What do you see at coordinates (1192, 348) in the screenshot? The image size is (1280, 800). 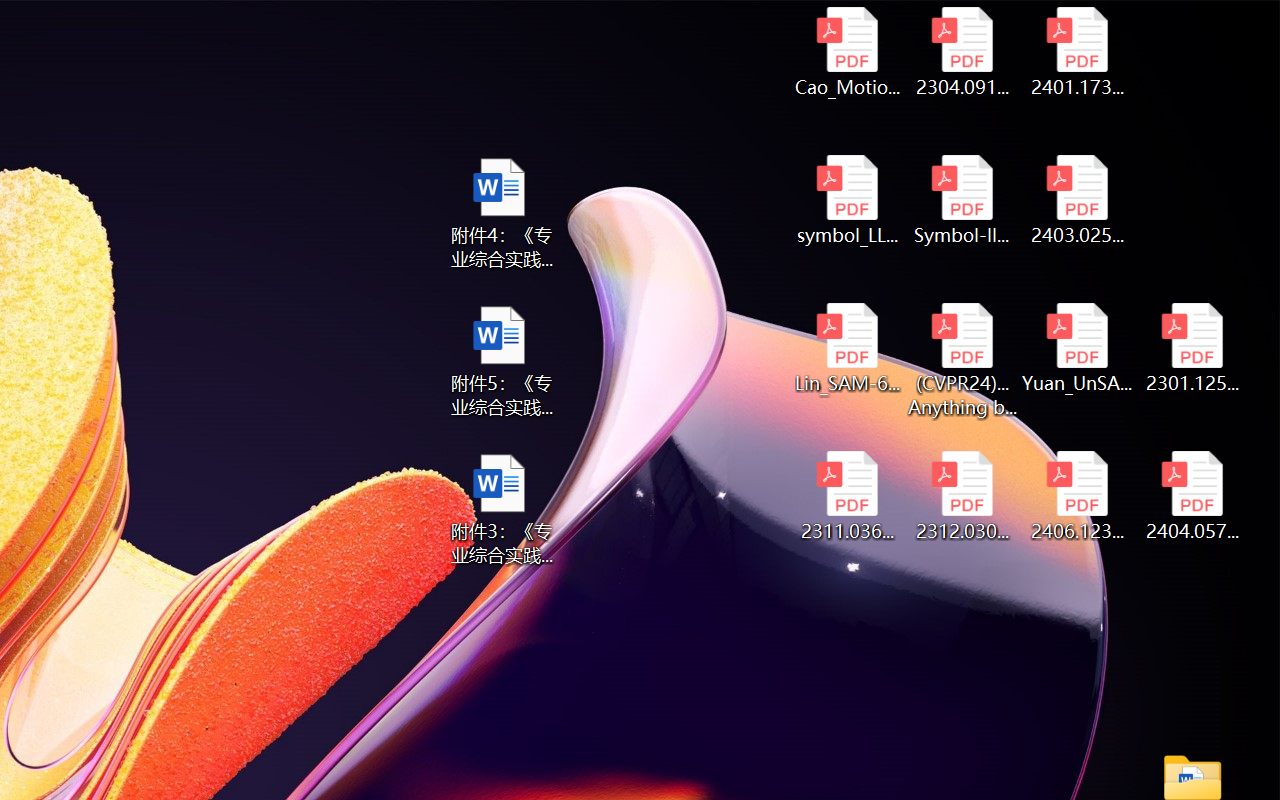 I see `'2301.12597v3.pdf'` at bounding box center [1192, 348].